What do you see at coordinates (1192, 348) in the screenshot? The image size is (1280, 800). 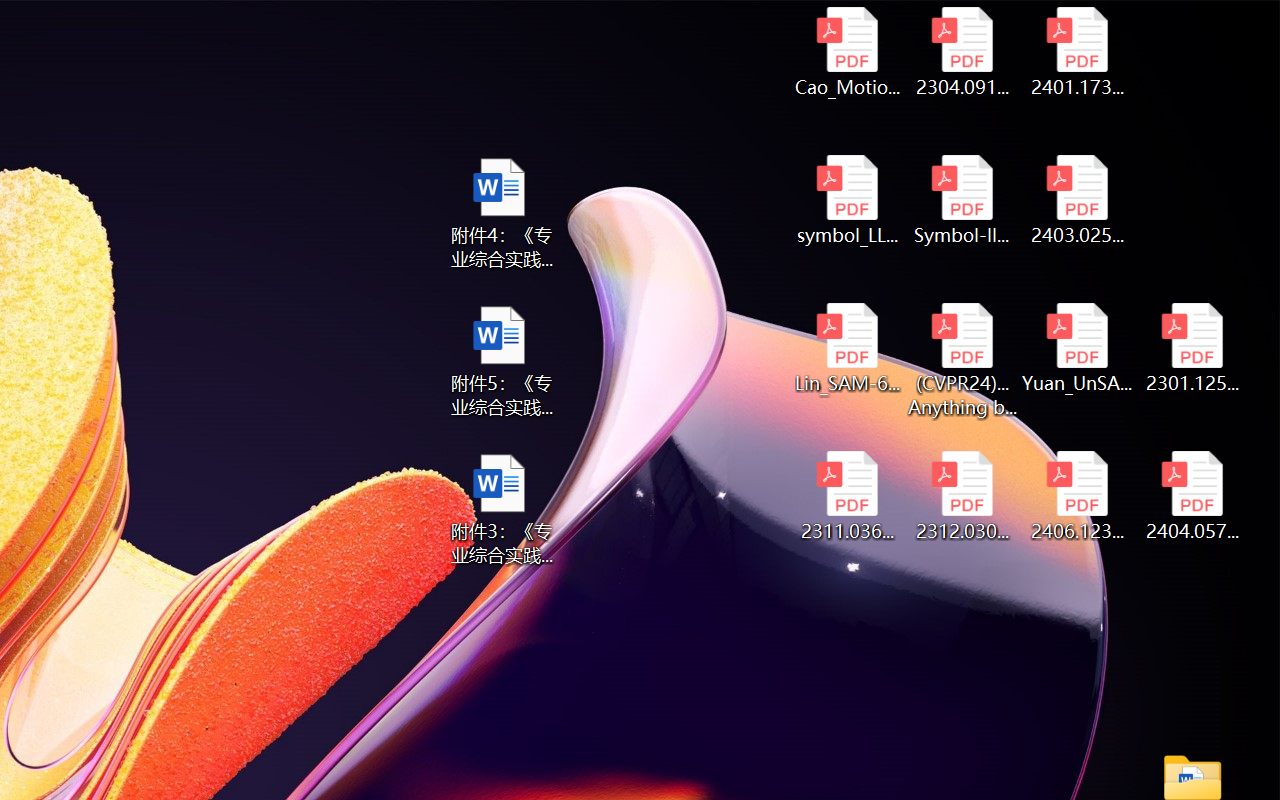 I see `'2301.12597v3.pdf'` at bounding box center [1192, 348].